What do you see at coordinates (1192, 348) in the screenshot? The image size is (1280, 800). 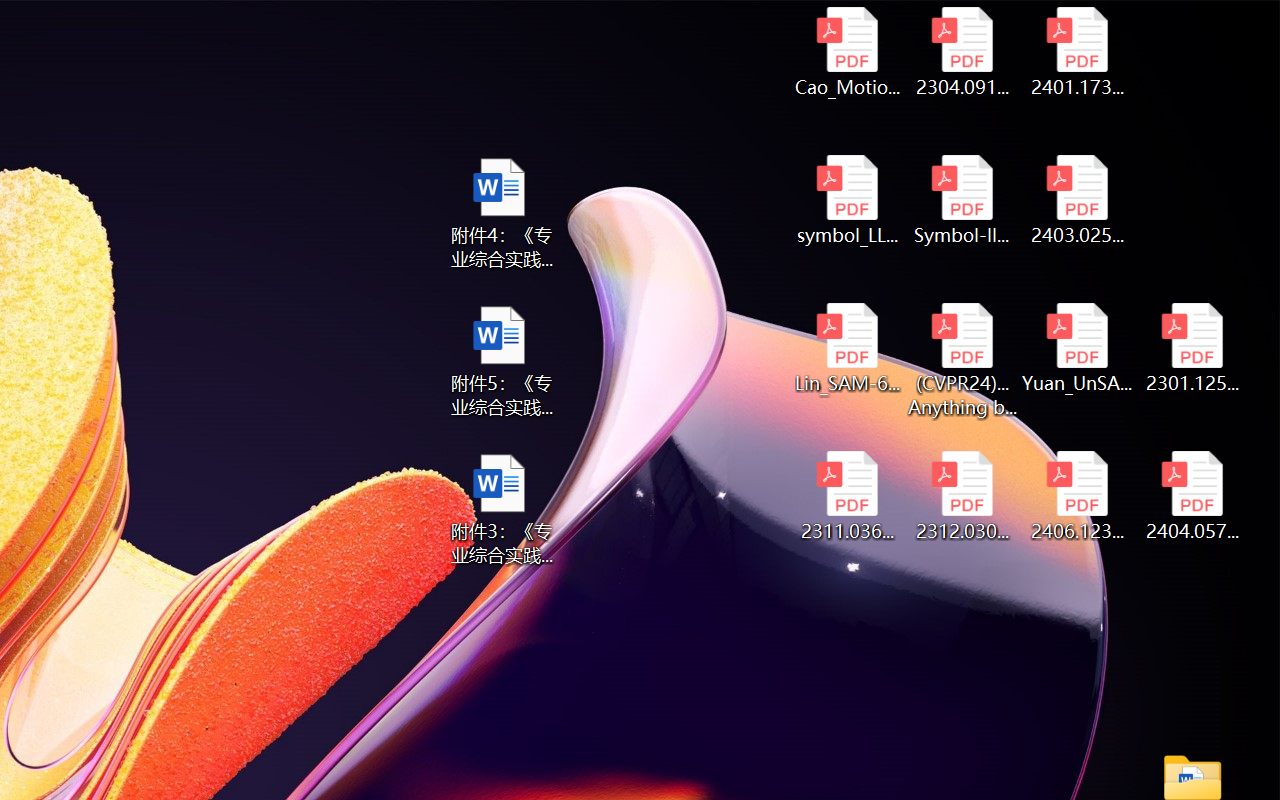 I see `'2301.12597v3.pdf'` at bounding box center [1192, 348].